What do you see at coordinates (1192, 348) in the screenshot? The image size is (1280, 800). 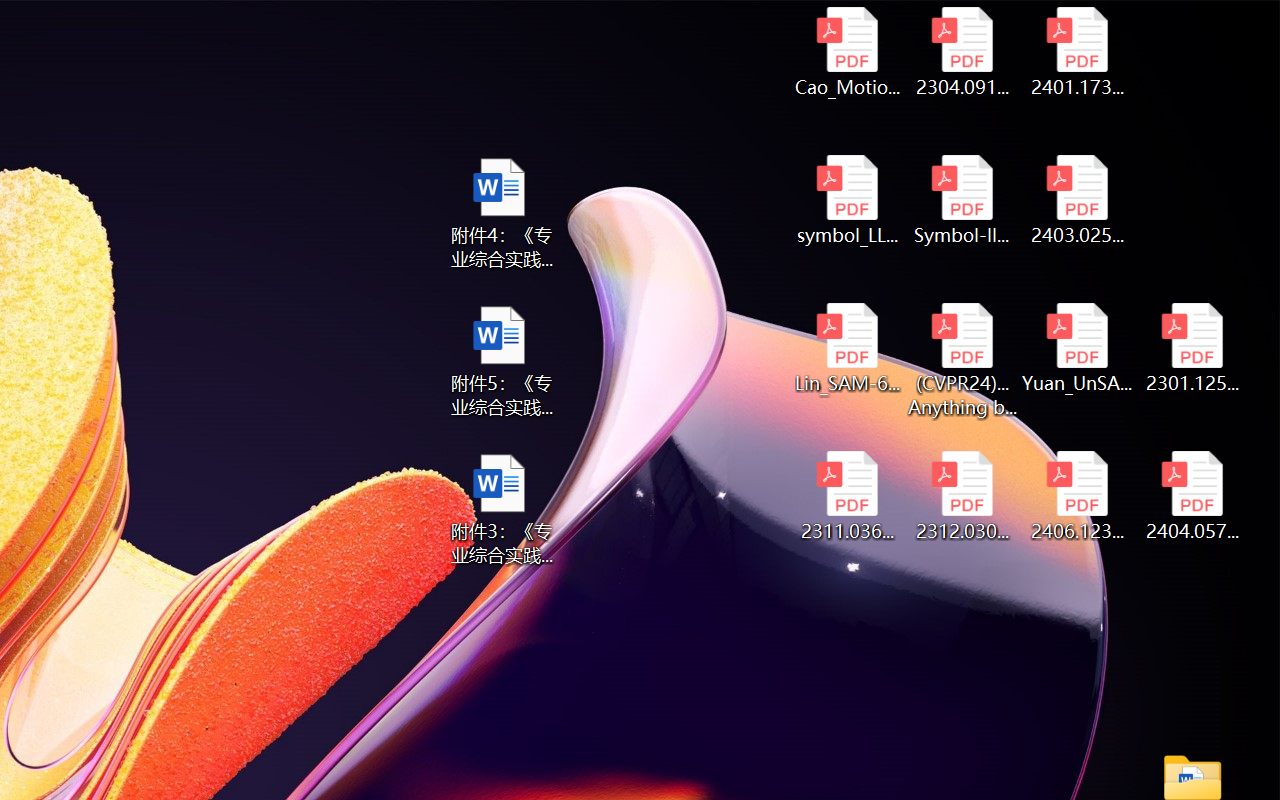 I see `'2301.12597v3.pdf'` at bounding box center [1192, 348].